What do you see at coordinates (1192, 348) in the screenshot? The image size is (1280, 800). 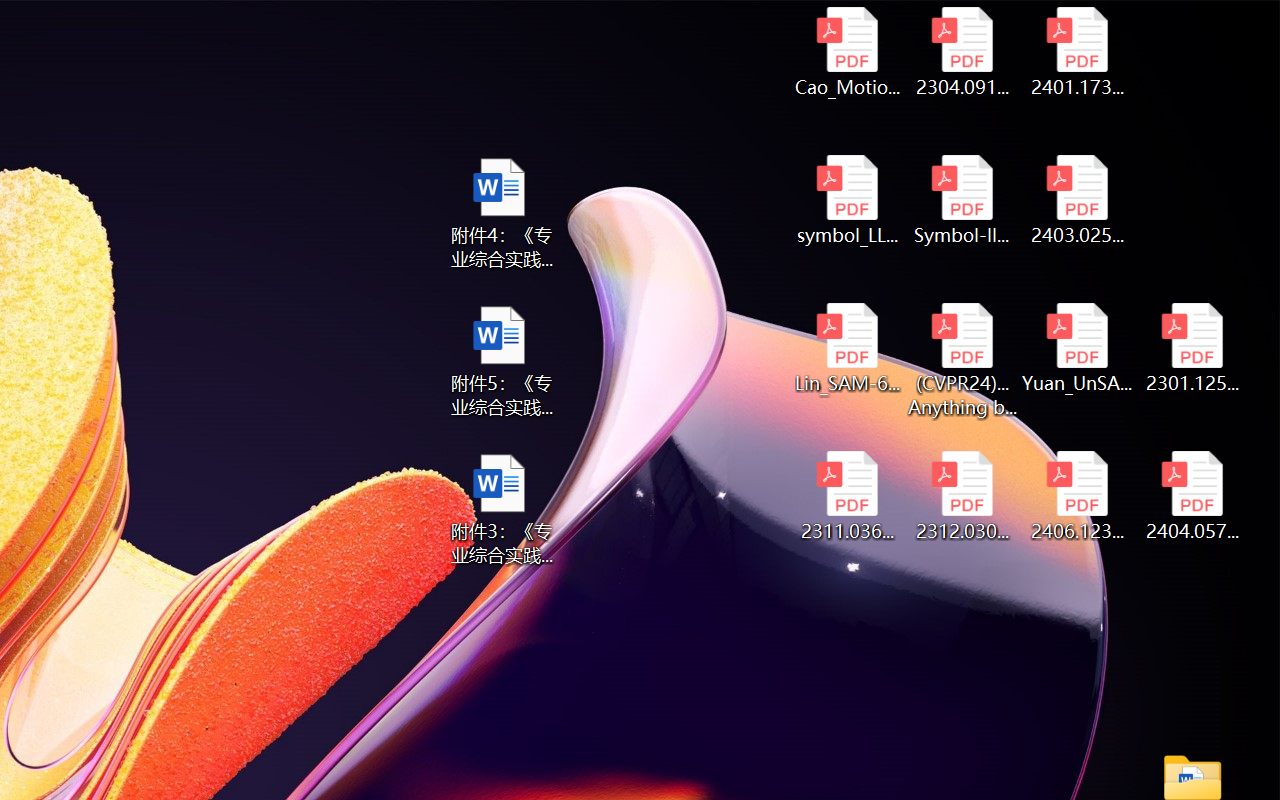 I see `'2301.12597v3.pdf'` at bounding box center [1192, 348].